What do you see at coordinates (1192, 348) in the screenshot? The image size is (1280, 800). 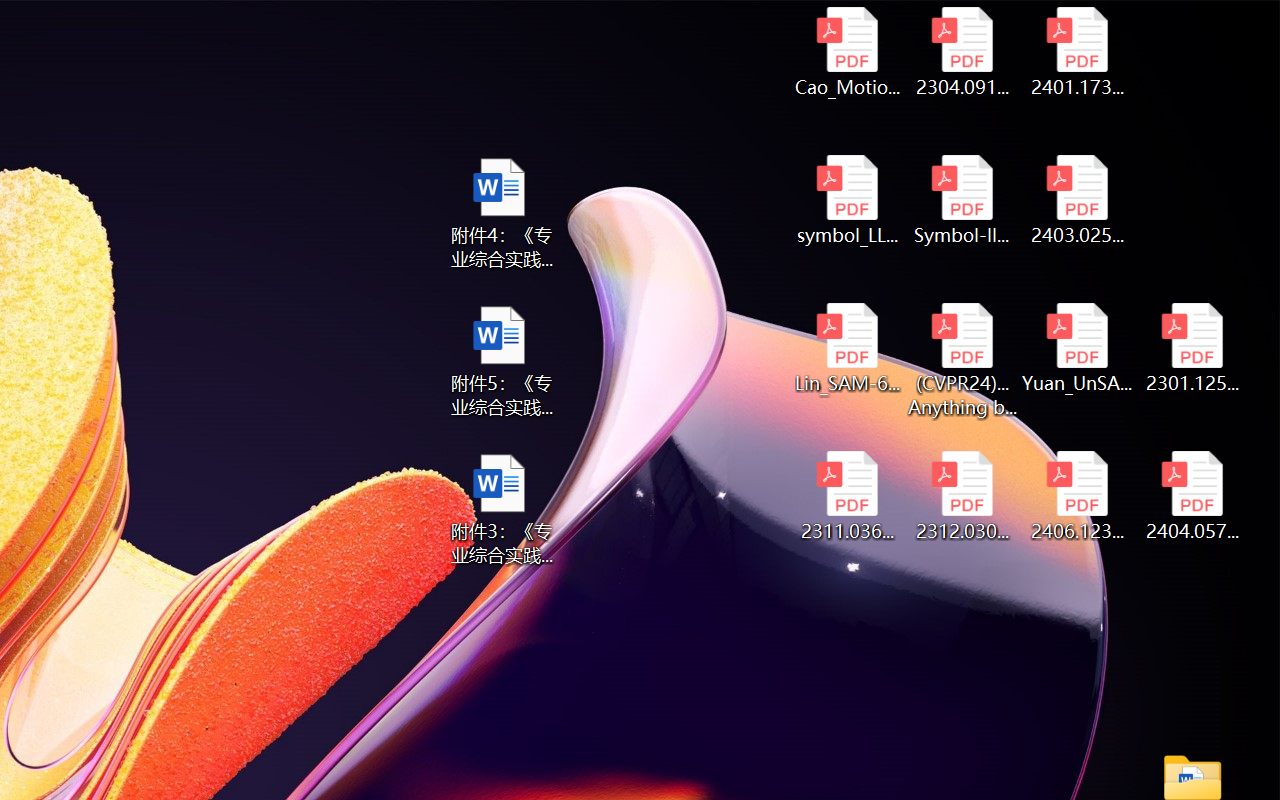 I see `'2301.12597v3.pdf'` at bounding box center [1192, 348].